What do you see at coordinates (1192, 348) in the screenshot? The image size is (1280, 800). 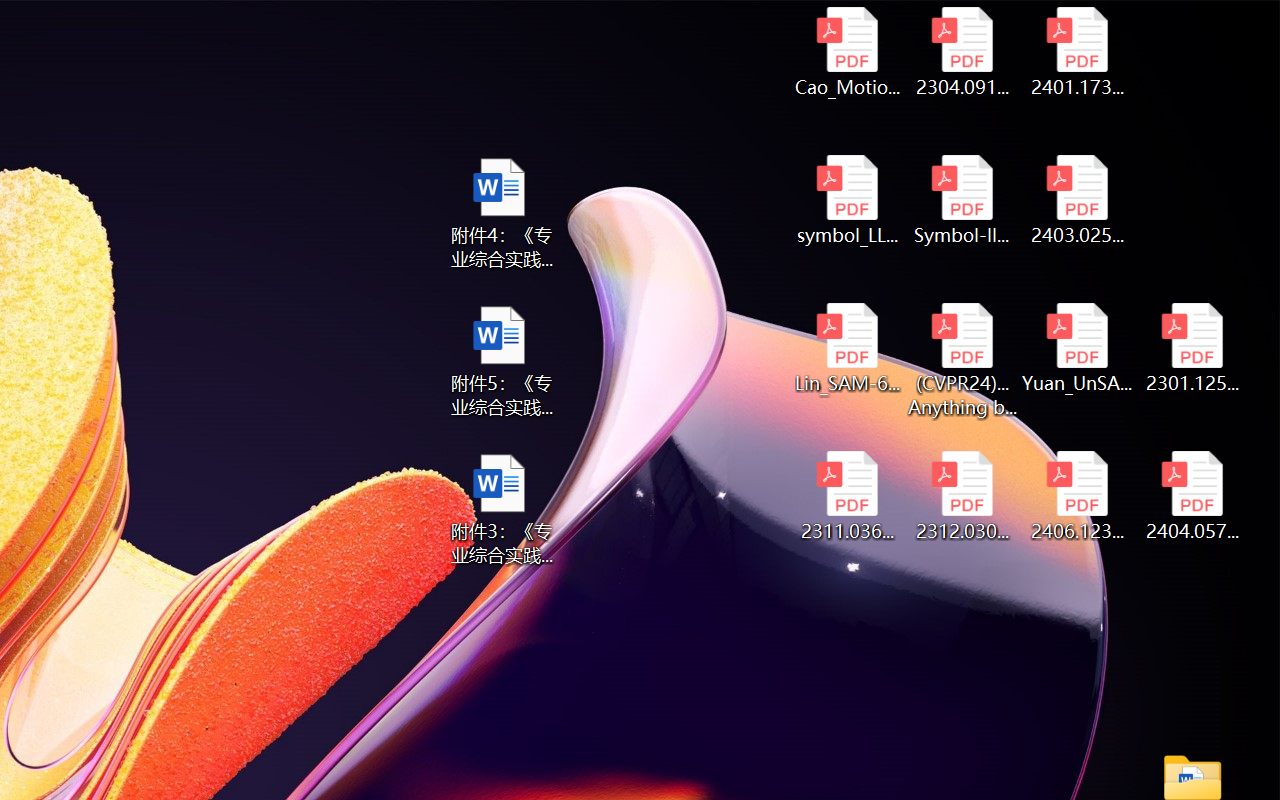 I see `'2301.12597v3.pdf'` at bounding box center [1192, 348].